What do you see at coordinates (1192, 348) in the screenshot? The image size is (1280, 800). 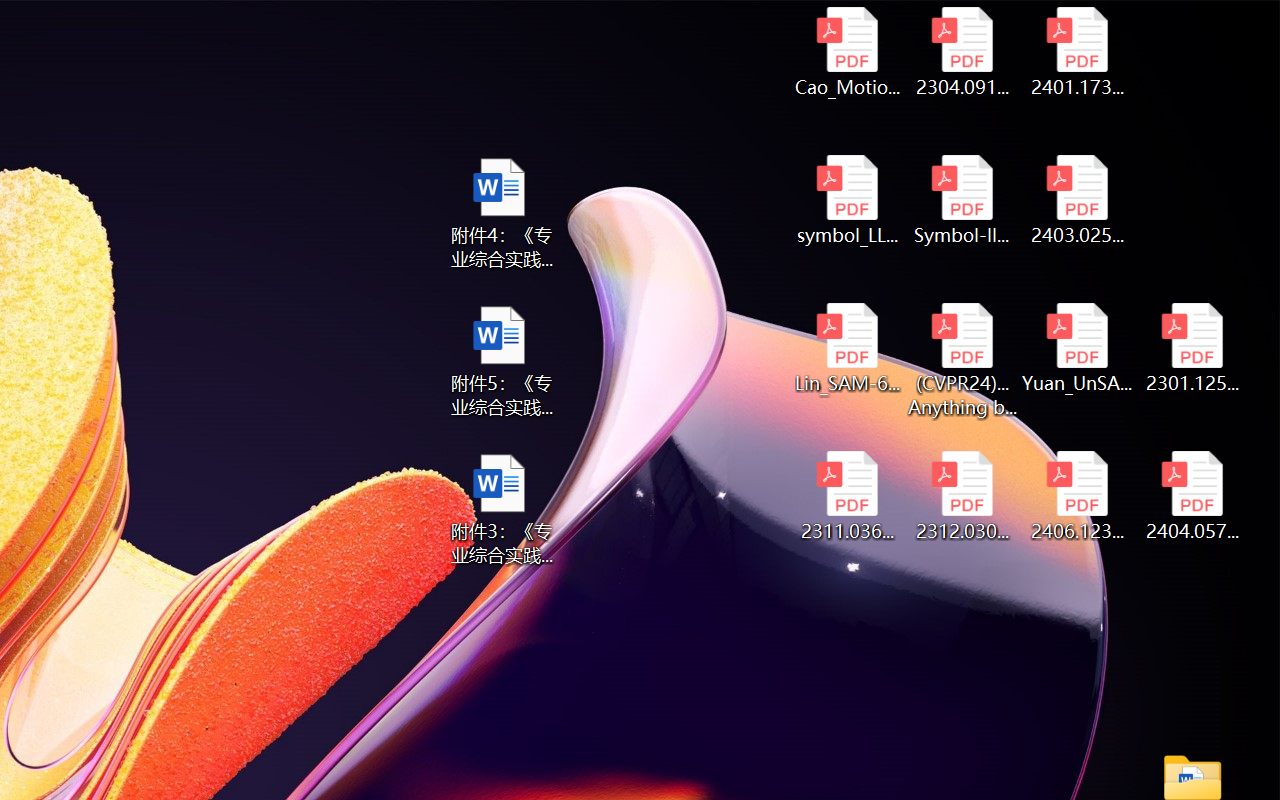 I see `'2301.12597v3.pdf'` at bounding box center [1192, 348].